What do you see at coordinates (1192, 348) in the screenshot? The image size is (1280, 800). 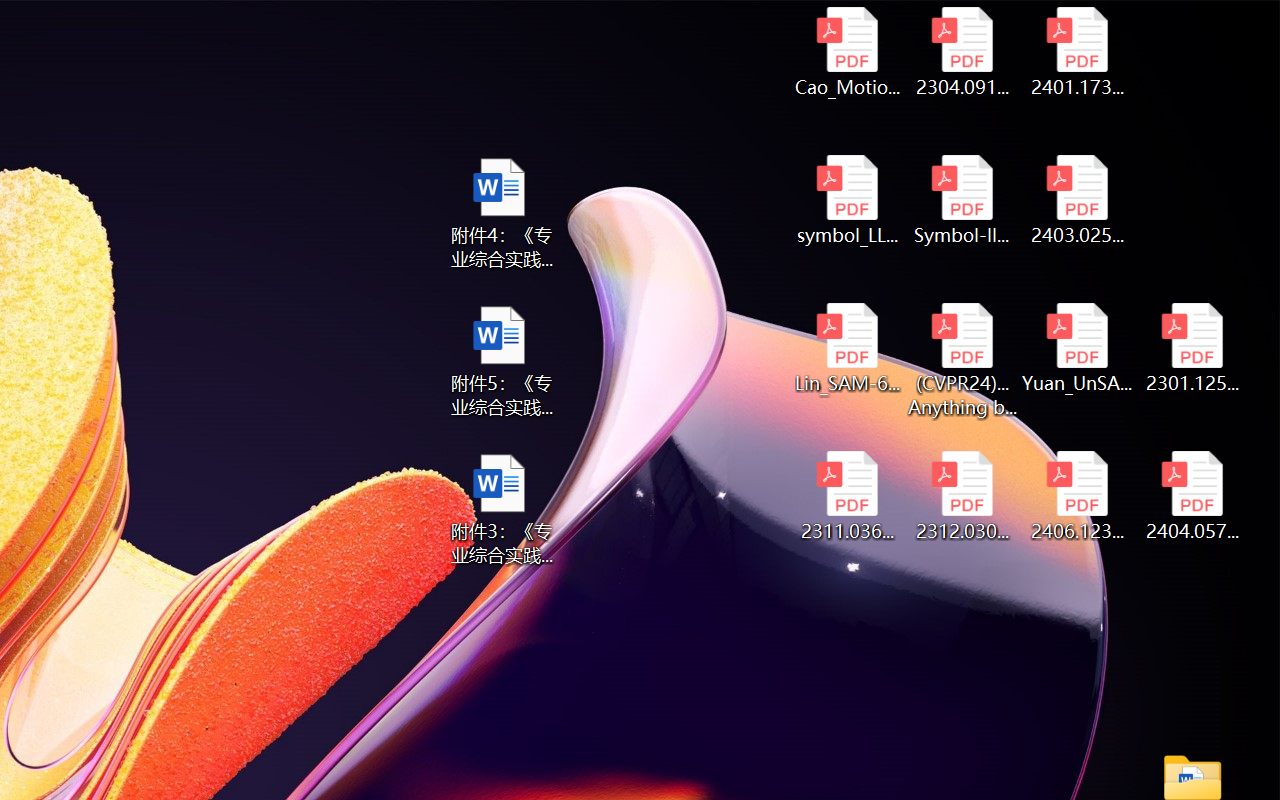 I see `'2301.12597v3.pdf'` at bounding box center [1192, 348].